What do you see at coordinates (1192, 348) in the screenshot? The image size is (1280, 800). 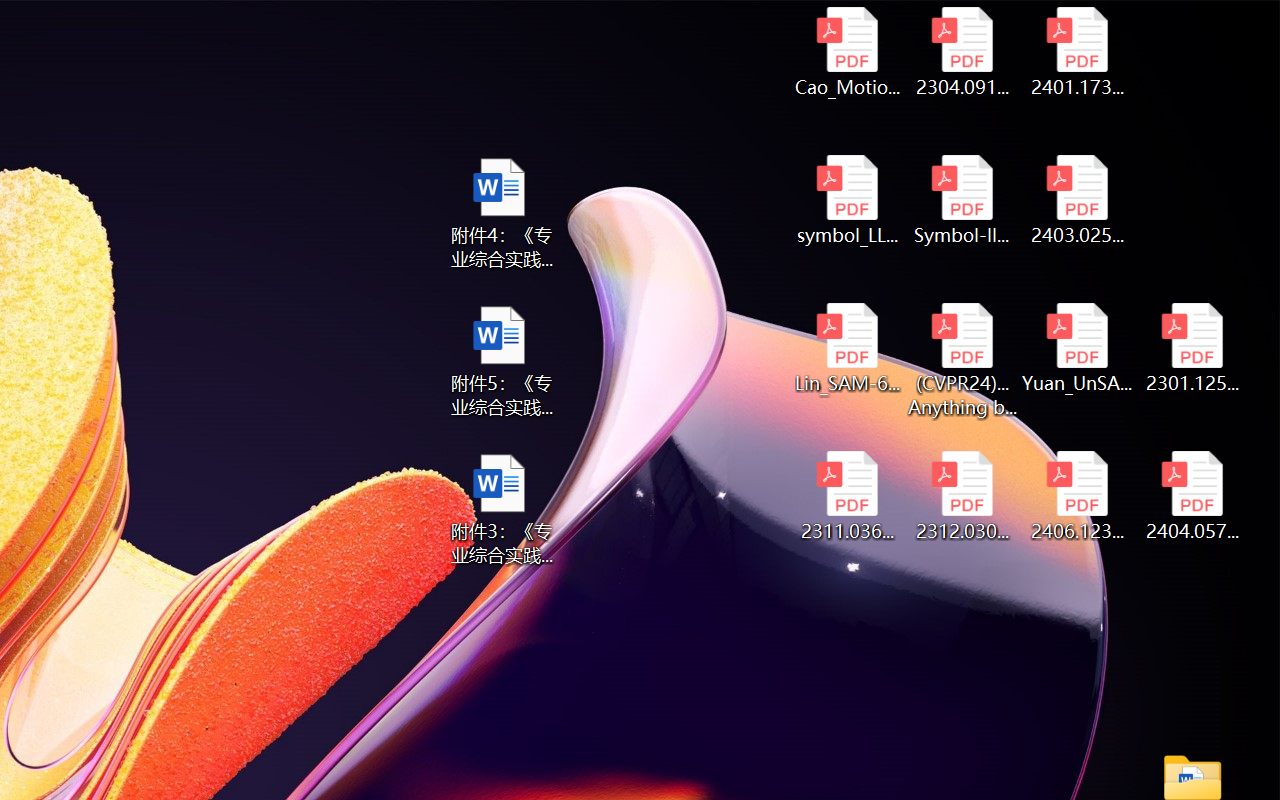 I see `'2301.12597v3.pdf'` at bounding box center [1192, 348].